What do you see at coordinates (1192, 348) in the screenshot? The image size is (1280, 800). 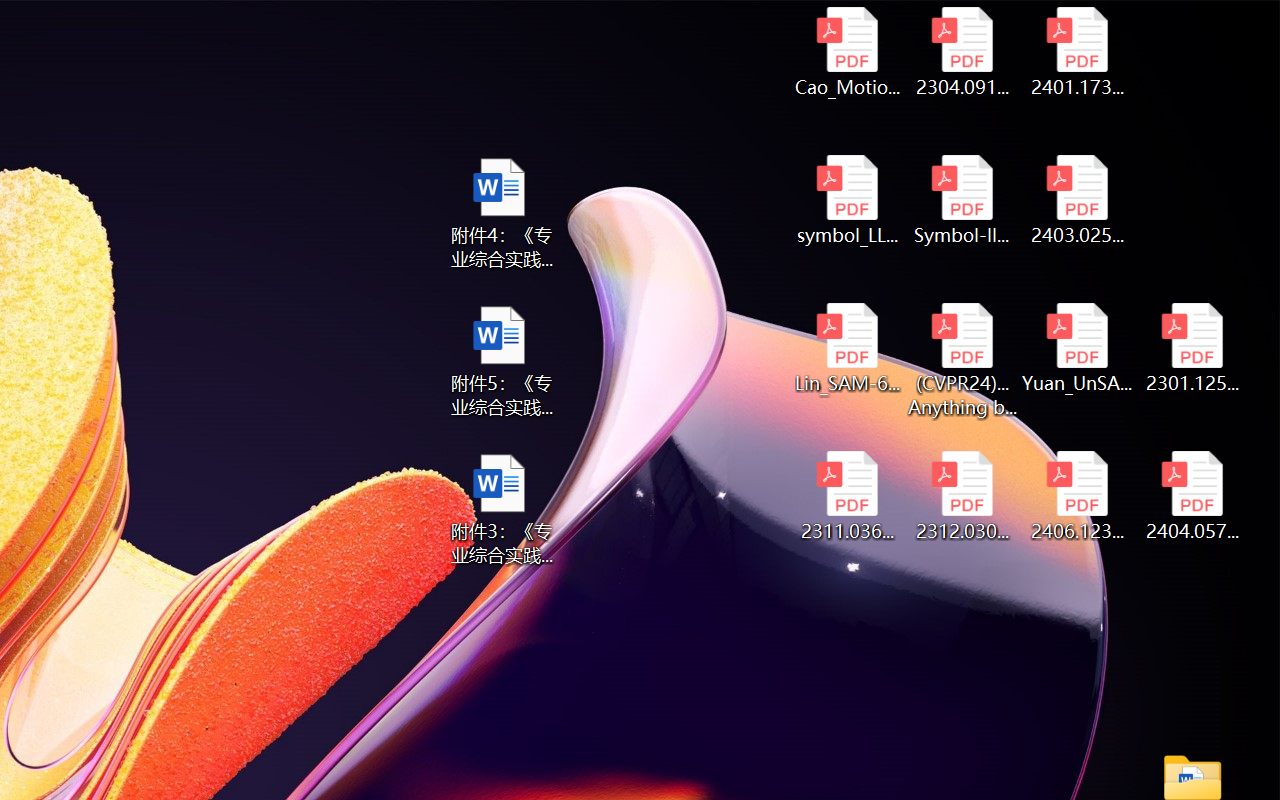 I see `'2301.12597v3.pdf'` at bounding box center [1192, 348].